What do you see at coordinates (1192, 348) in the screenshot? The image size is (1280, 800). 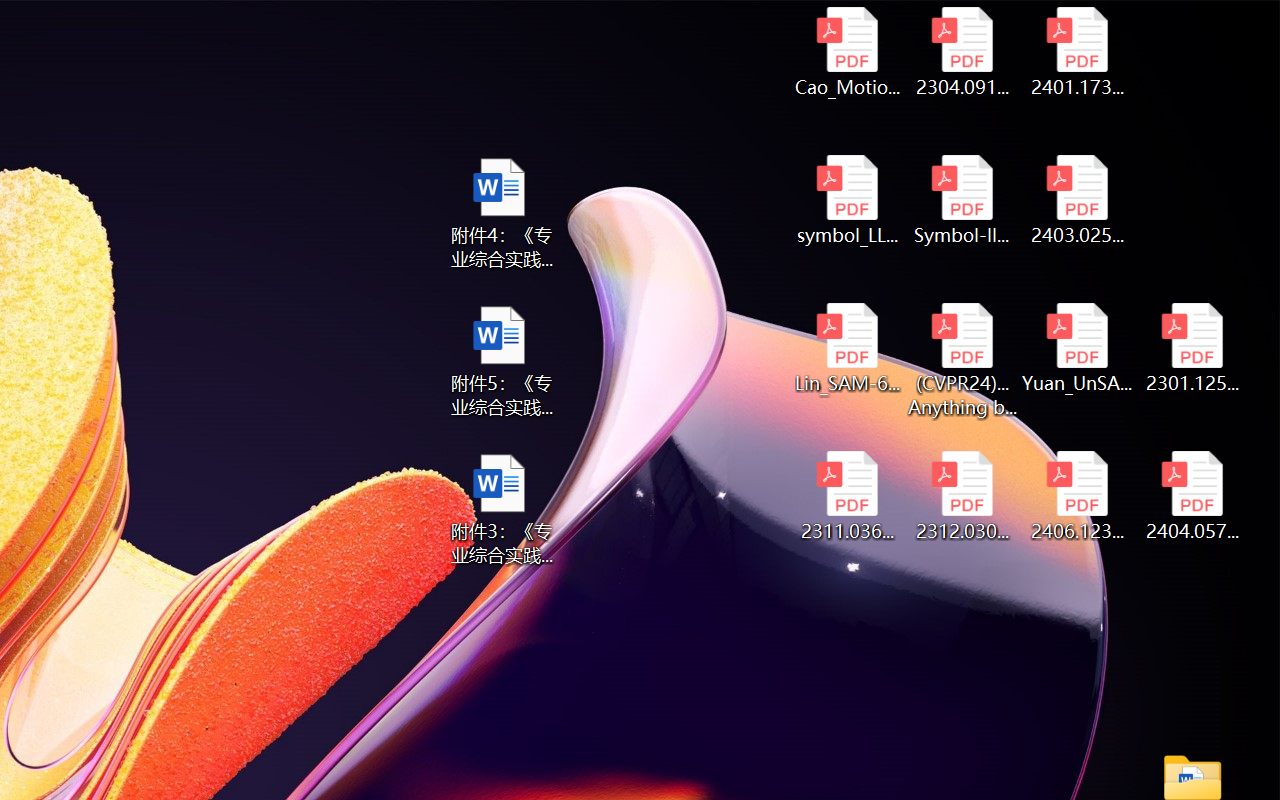 I see `'2301.12597v3.pdf'` at bounding box center [1192, 348].